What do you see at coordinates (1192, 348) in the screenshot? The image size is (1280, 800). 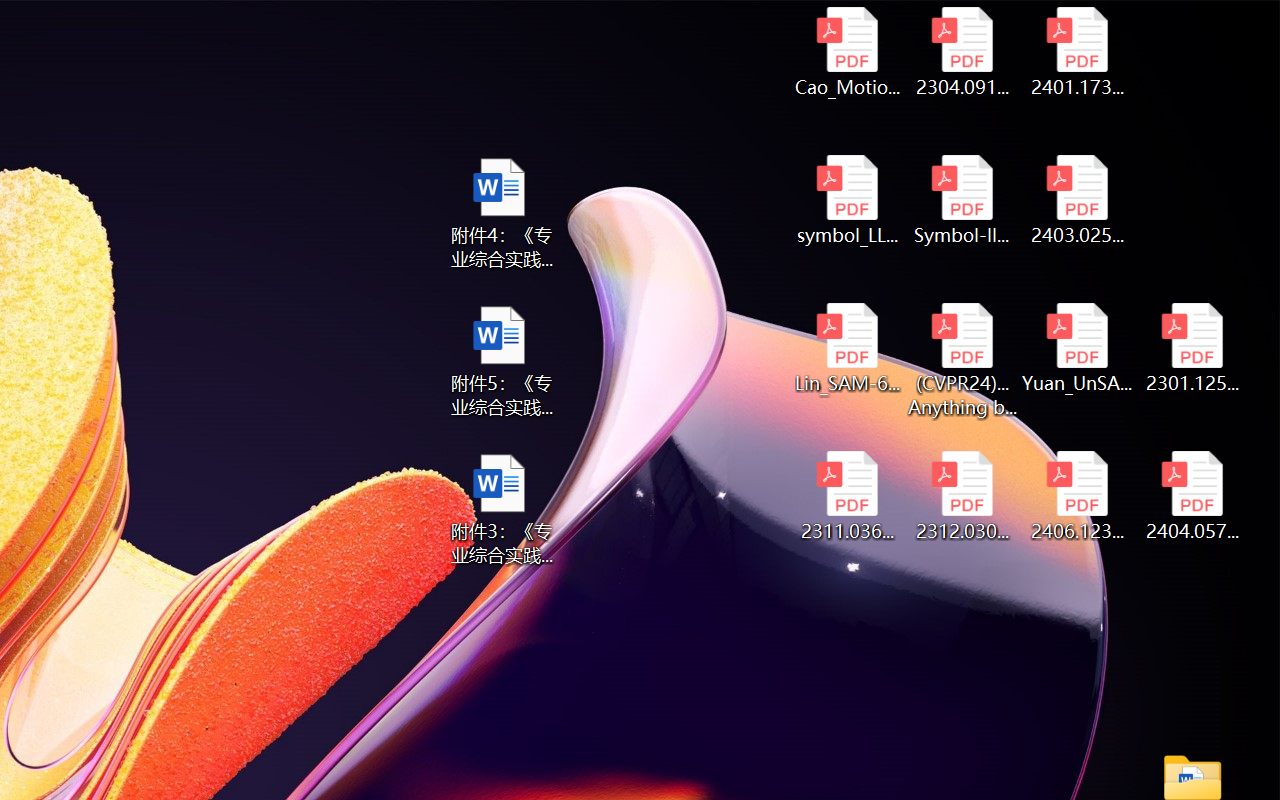 I see `'2301.12597v3.pdf'` at bounding box center [1192, 348].